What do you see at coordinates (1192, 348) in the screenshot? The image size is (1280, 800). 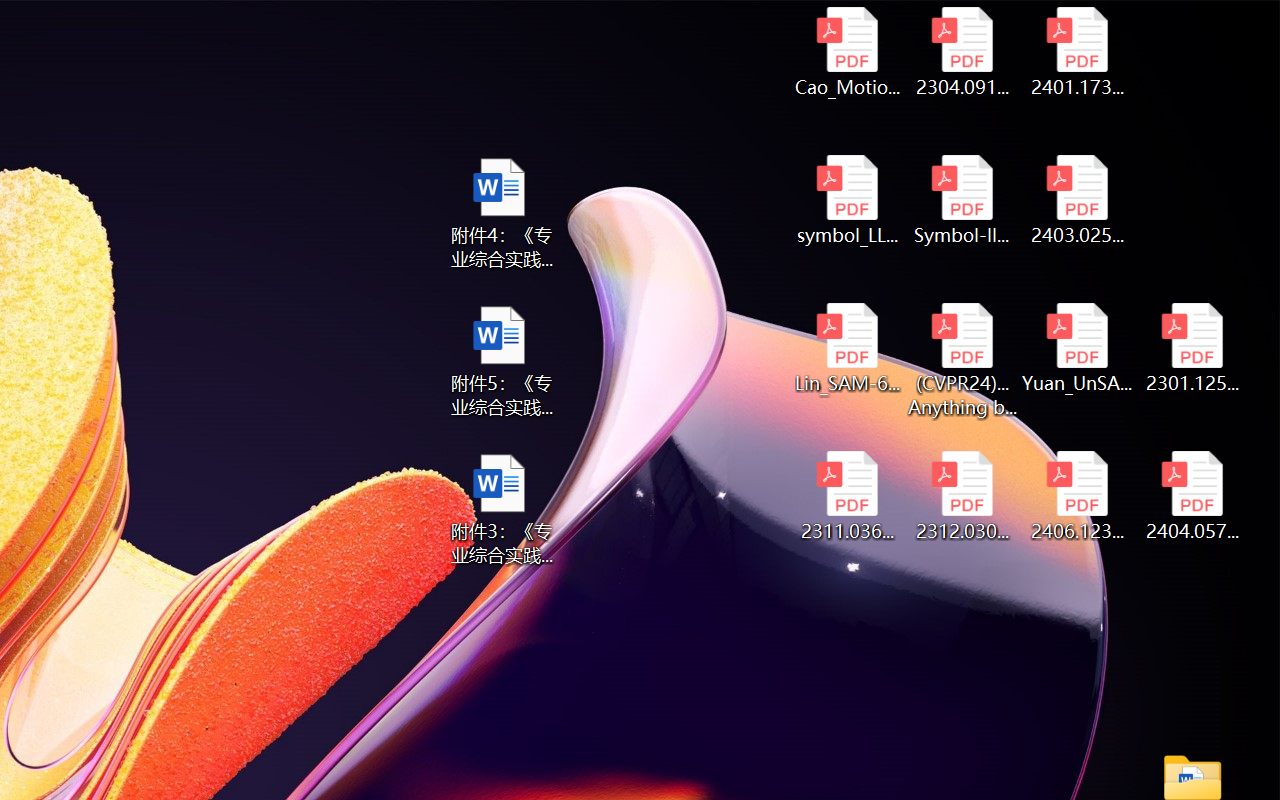 I see `'2301.12597v3.pdf'` at bounding box center [1192, 348].